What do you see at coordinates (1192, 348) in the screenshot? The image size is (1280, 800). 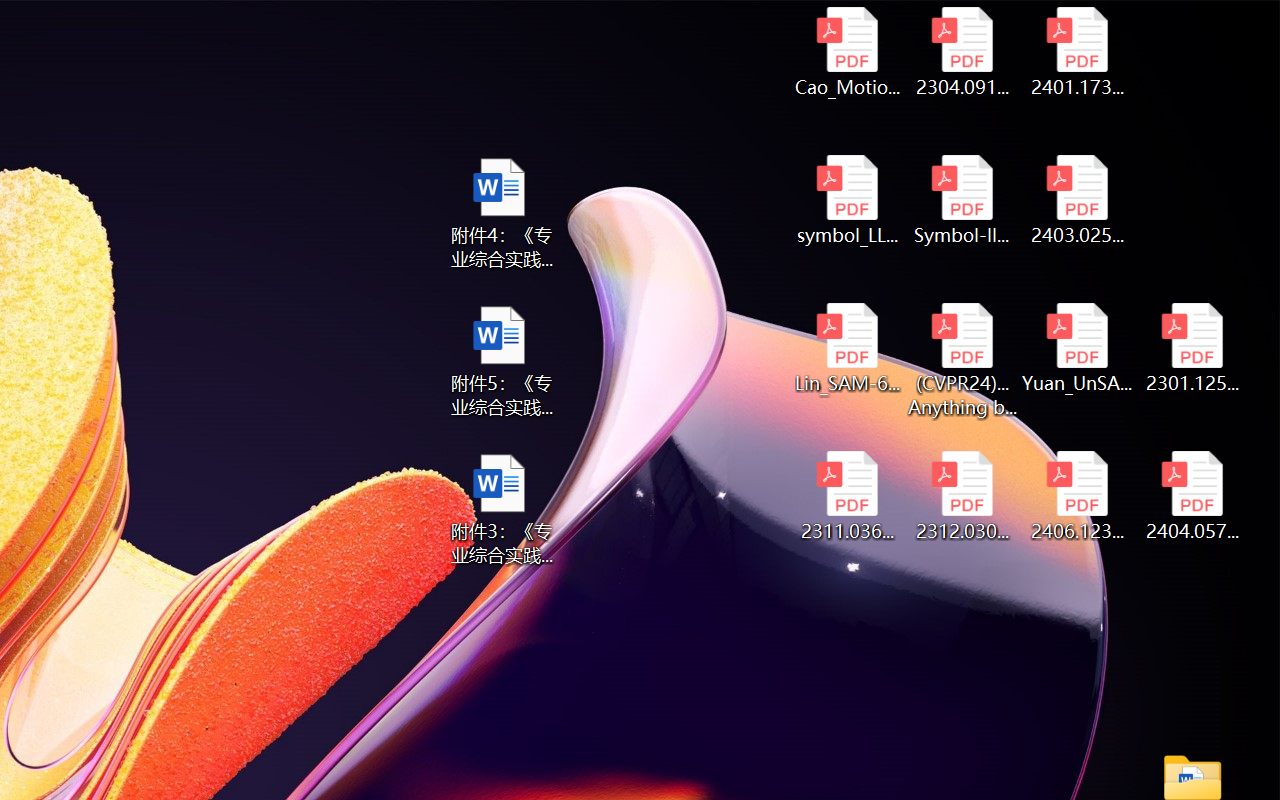 I see `'2301.12597v3.pdf'` at bounding box center [1192, 348].